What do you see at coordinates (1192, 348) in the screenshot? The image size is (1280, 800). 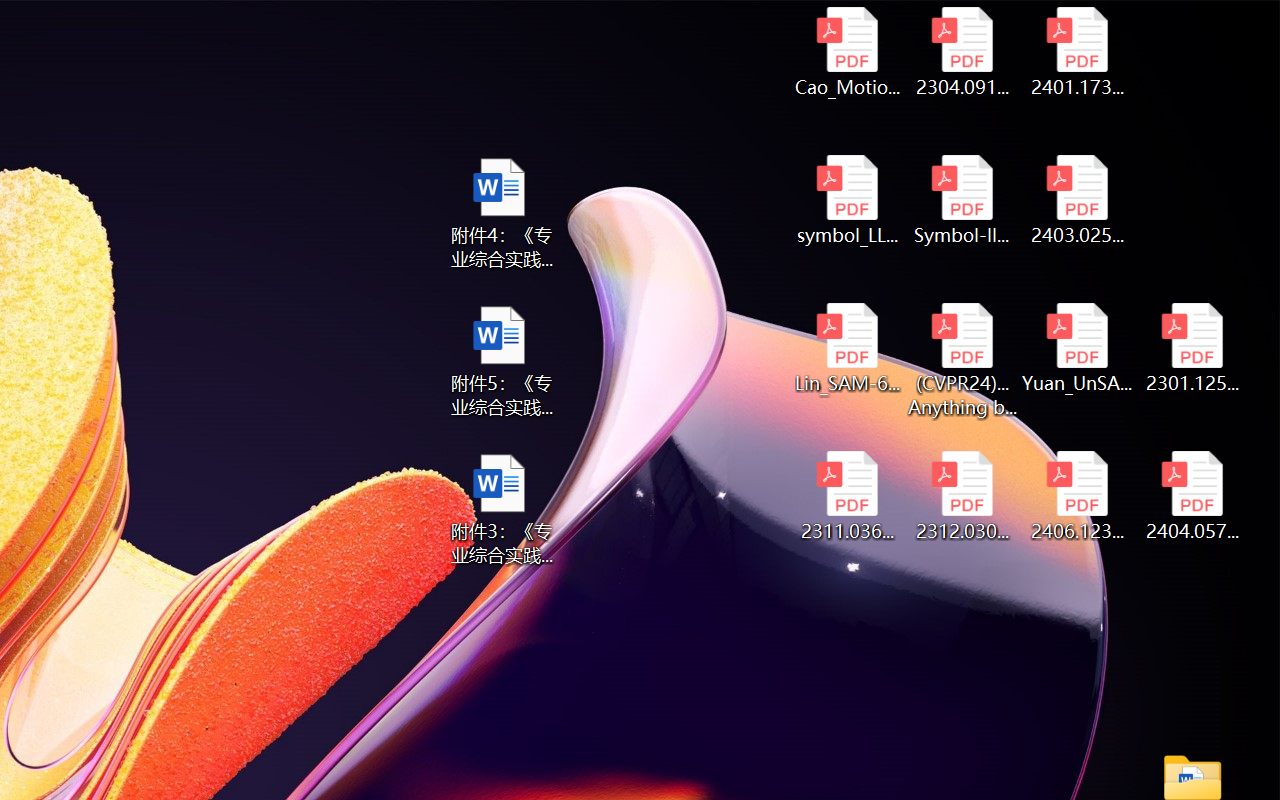 I see `'2301.12597v3.pdf'` at bounding box center [1192, 348].